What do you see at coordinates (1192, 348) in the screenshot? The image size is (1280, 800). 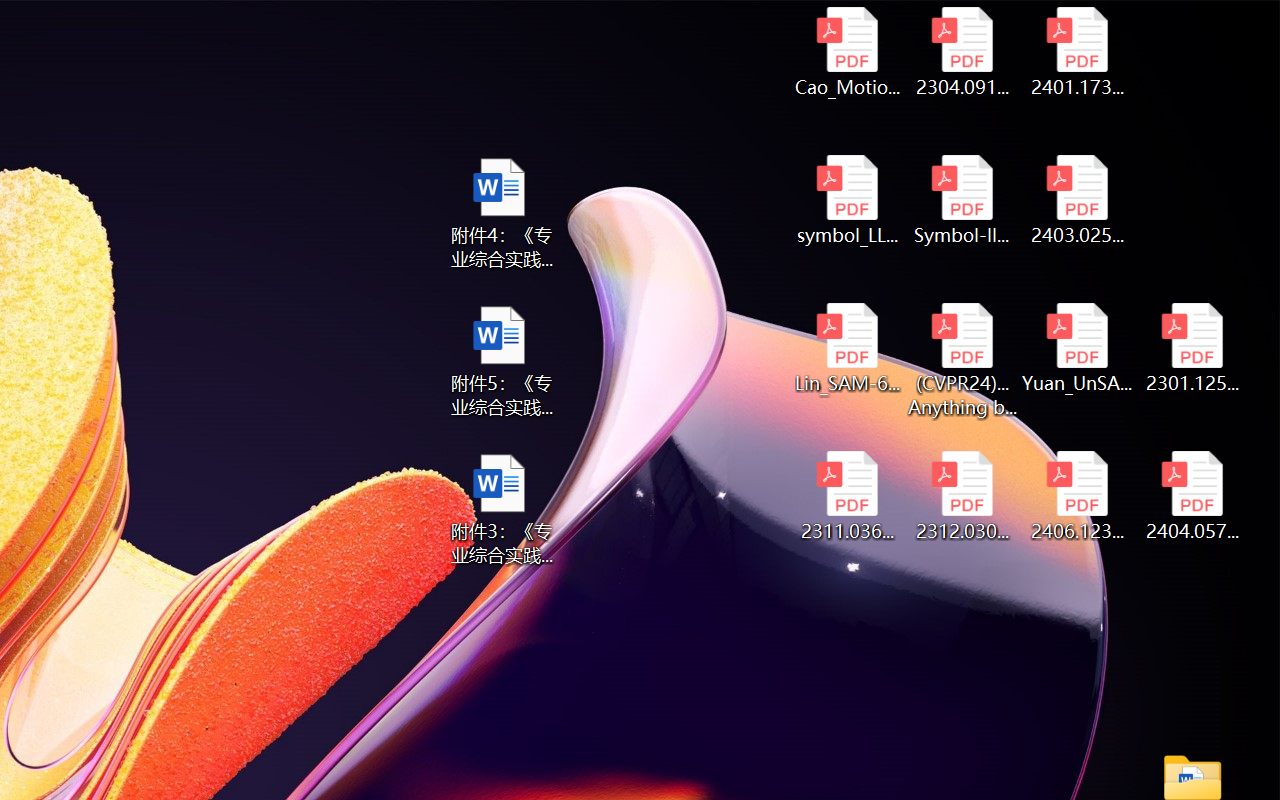 I see `'2301.12597v3.pdf'` at bounding box center [1192, 348].